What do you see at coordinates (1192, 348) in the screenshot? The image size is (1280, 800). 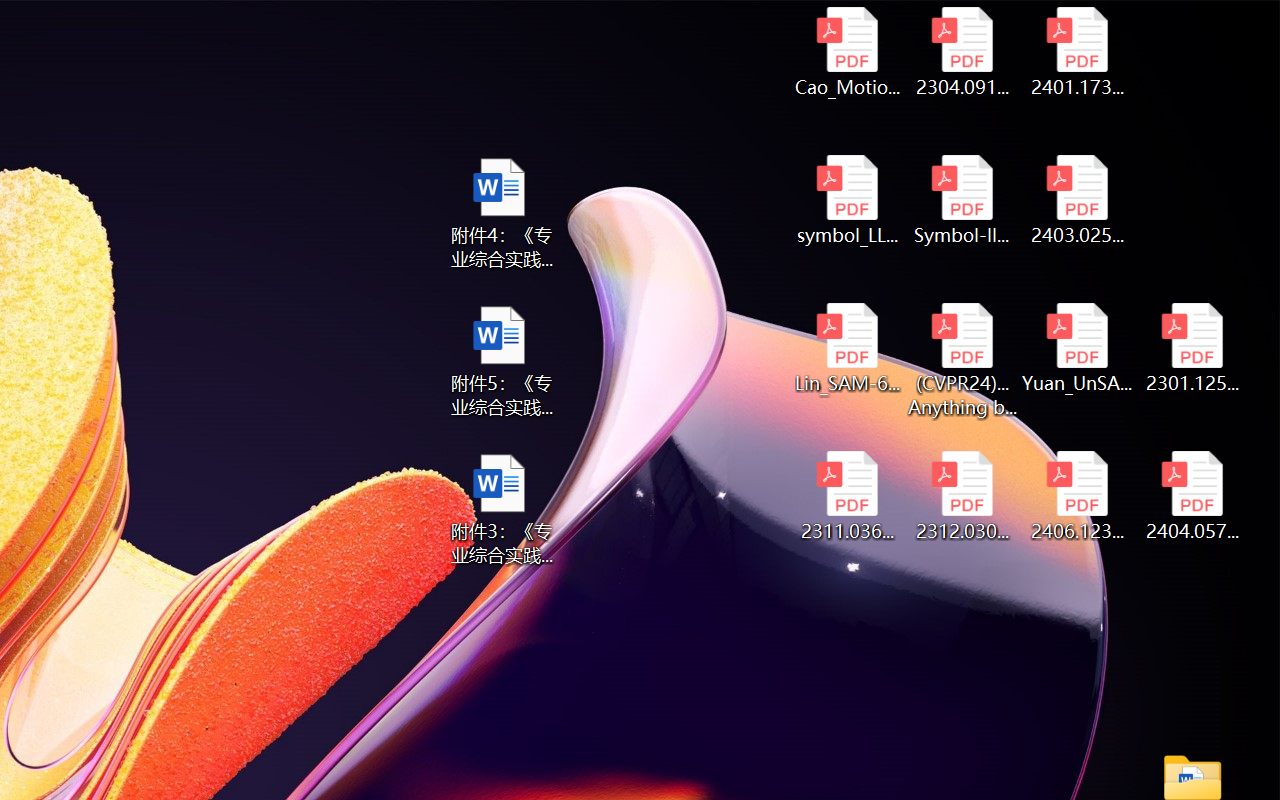 I see `'2301.12597v3.pdf'` at bounding box center [1192, 348].